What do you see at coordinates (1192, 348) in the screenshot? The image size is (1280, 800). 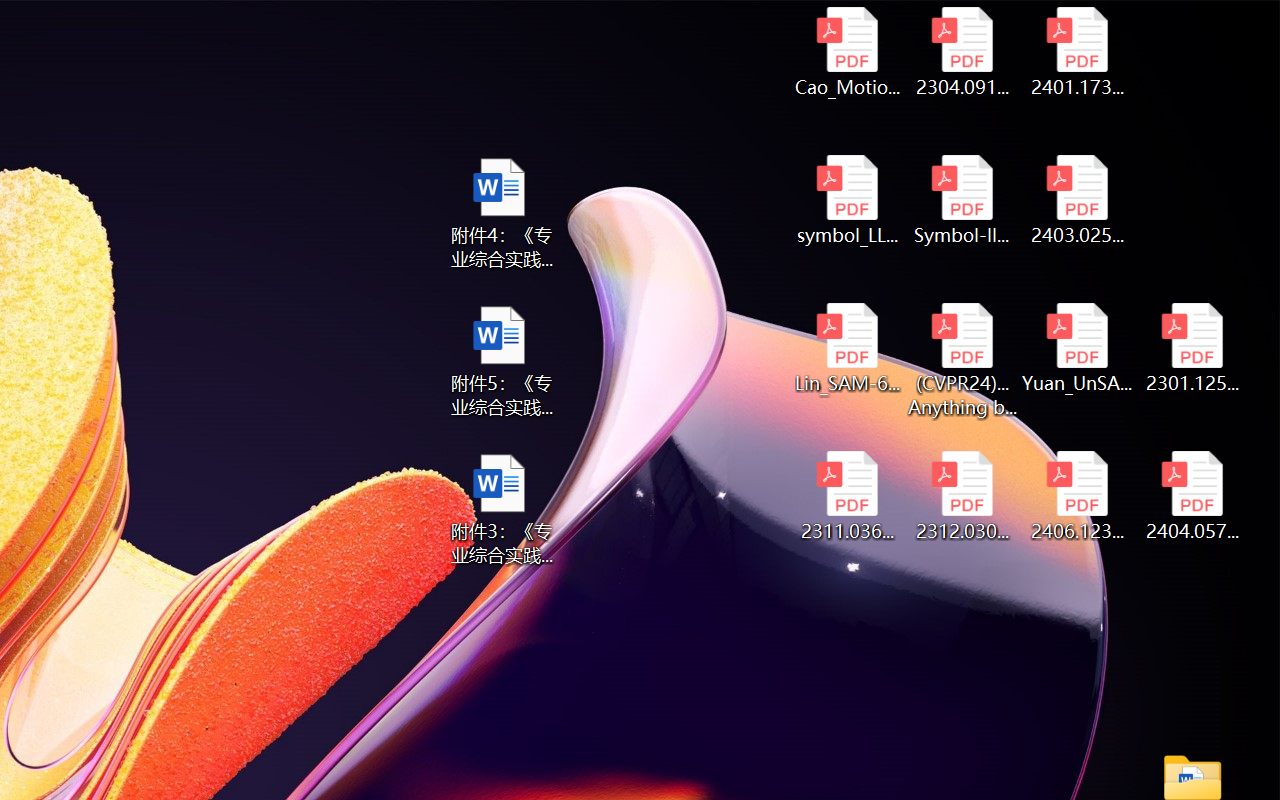 I see `'2301.12597v3.pdf'` at bounding box center [1192, 348].